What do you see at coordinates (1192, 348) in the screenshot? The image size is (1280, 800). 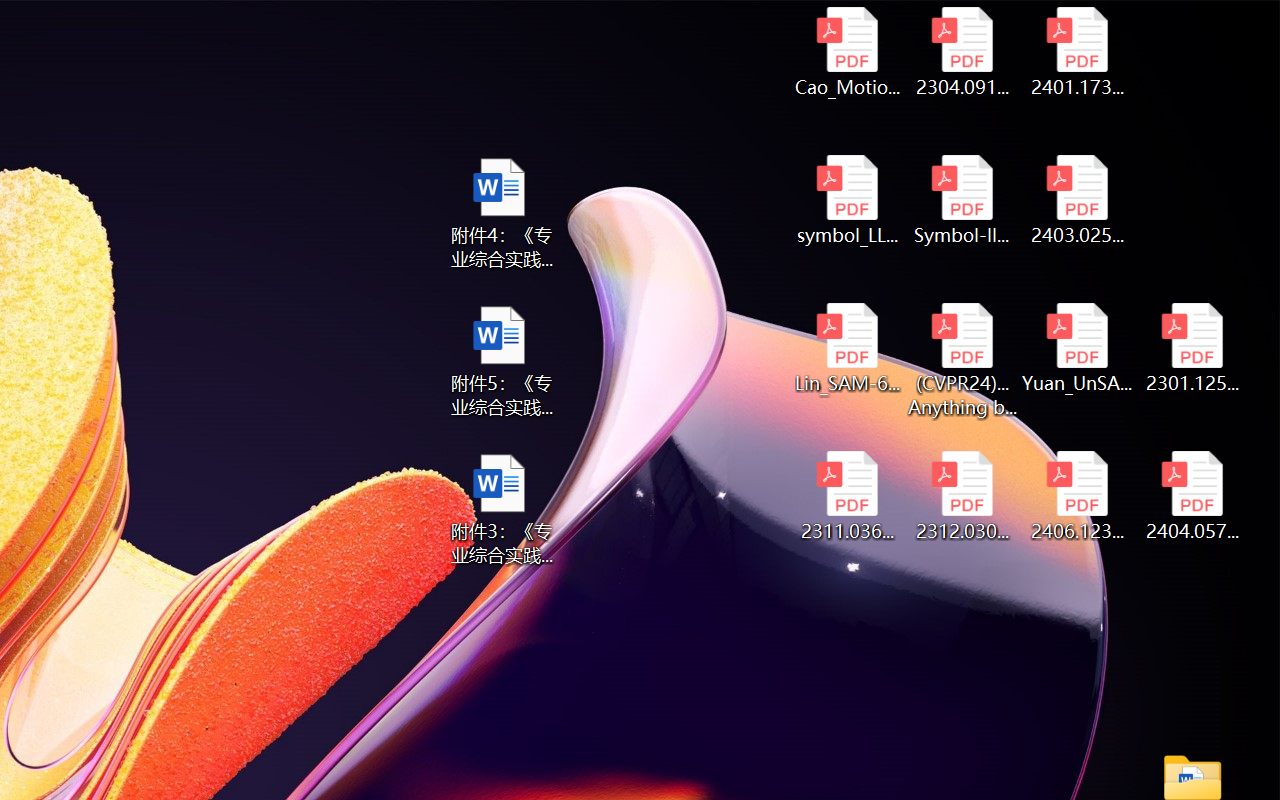 I see `'2301.12597v3.pdf'` at bounding box center [1192, 348].